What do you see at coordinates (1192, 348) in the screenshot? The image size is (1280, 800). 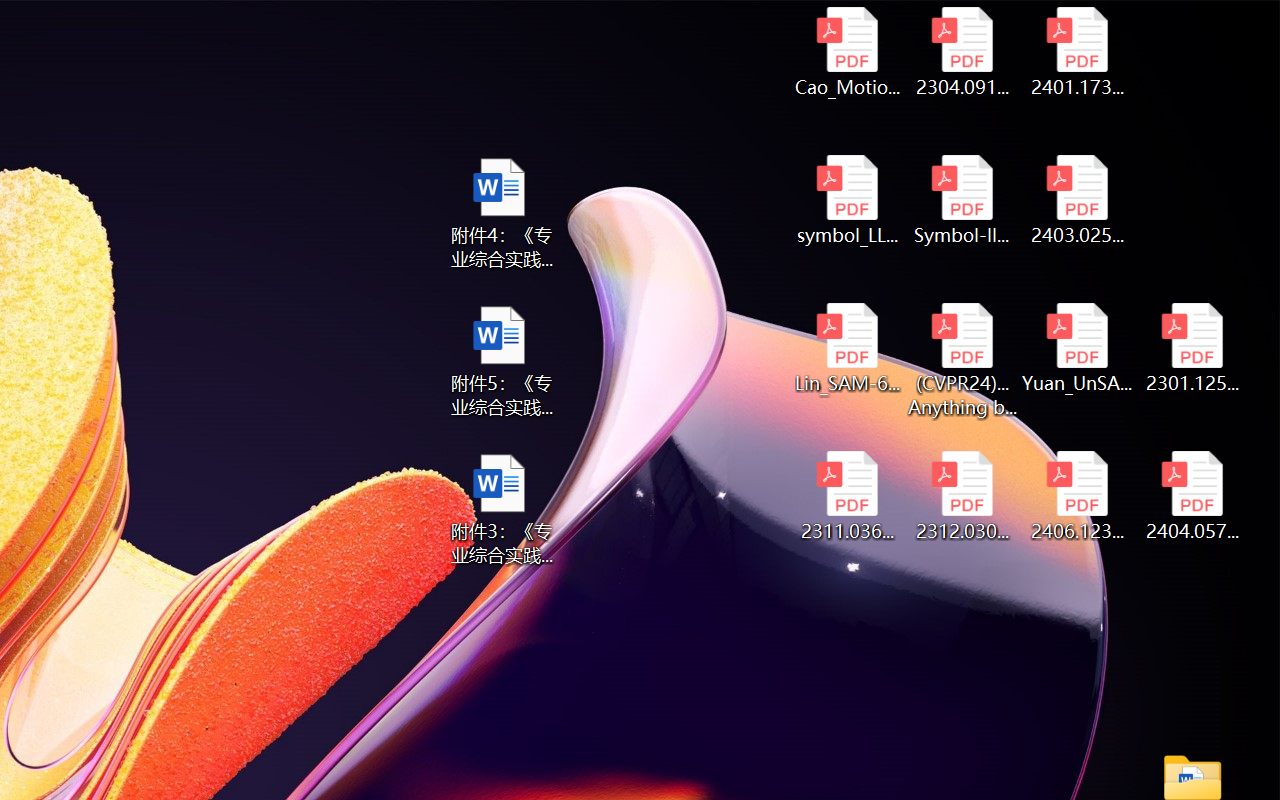 I see `'2301.12597v3.pdf'` at bounding box center [1192, 348].